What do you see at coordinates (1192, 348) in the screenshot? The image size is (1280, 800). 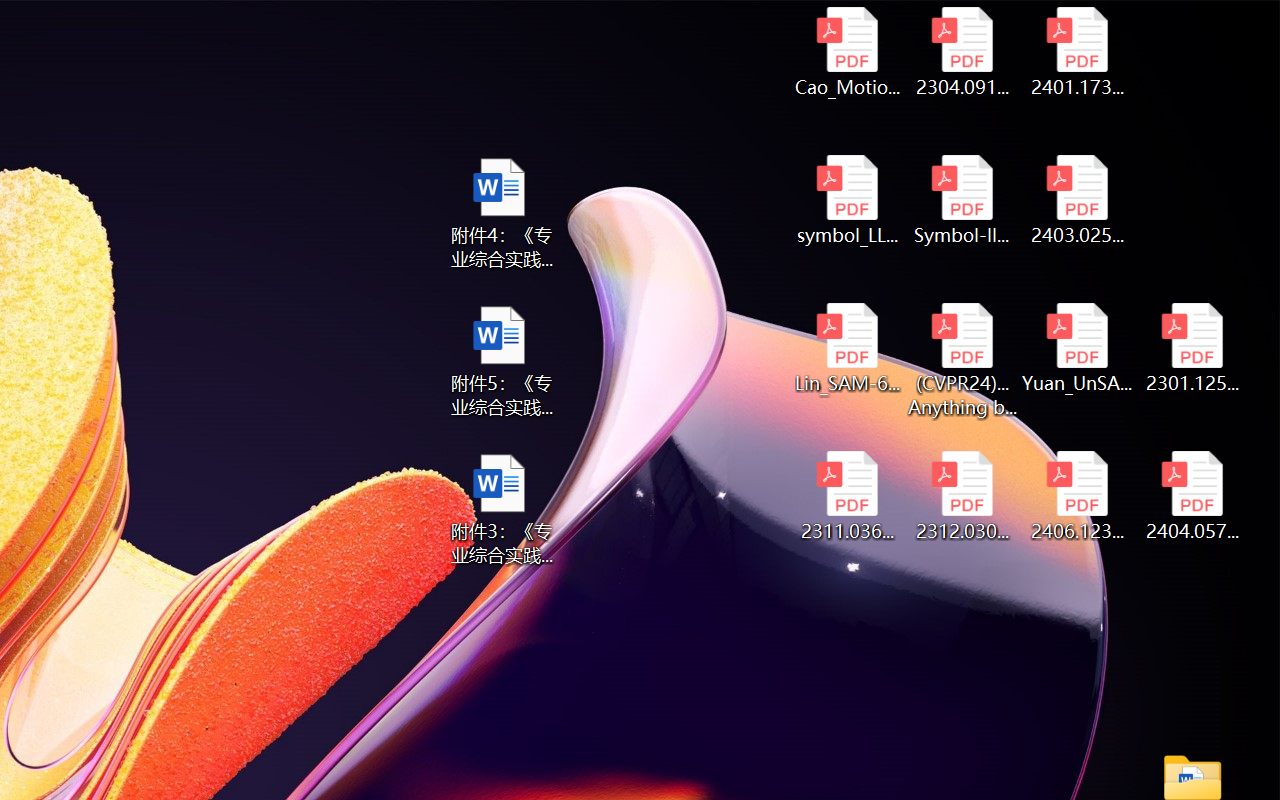 I see `'2301.12597v3.pdf'` at bounding box center [1192, 348].